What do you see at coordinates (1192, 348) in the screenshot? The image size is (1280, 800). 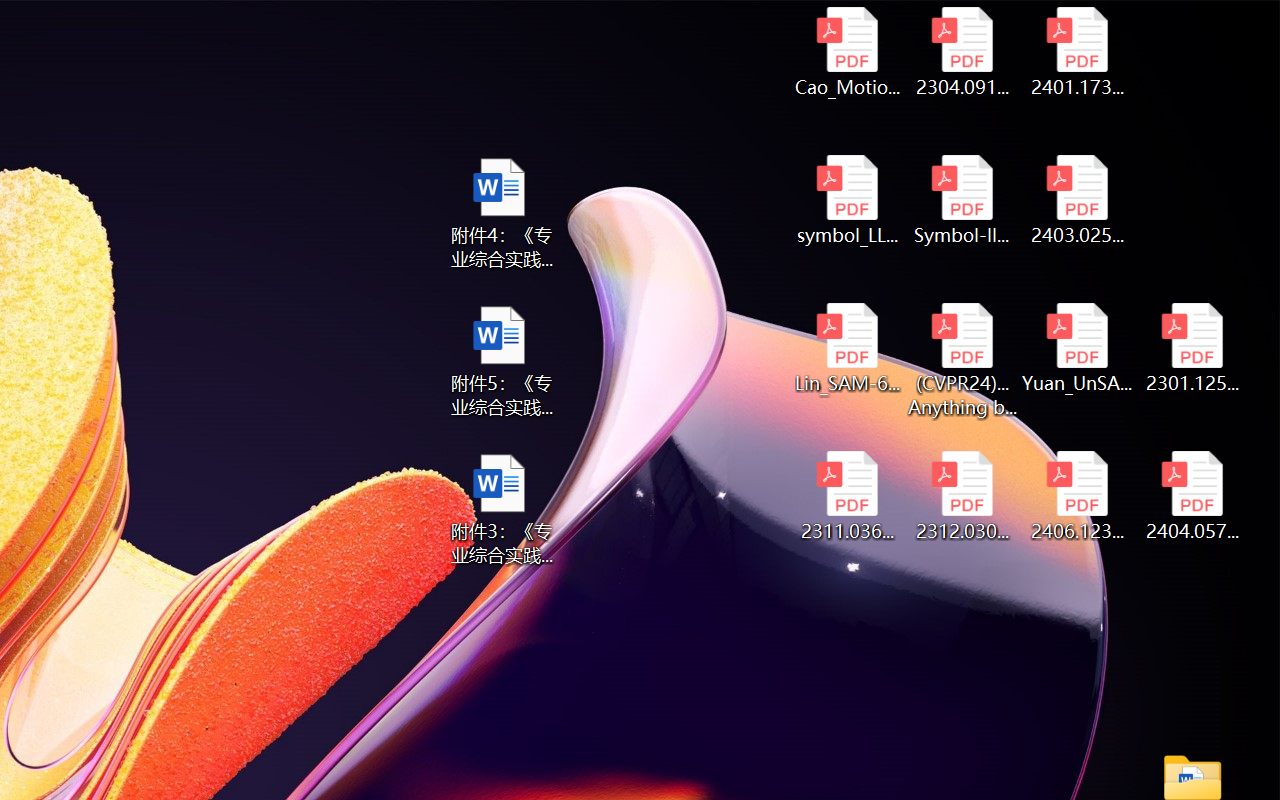 I see `'2301.12597v3.pdf'` at bounding box center [1192, 348].